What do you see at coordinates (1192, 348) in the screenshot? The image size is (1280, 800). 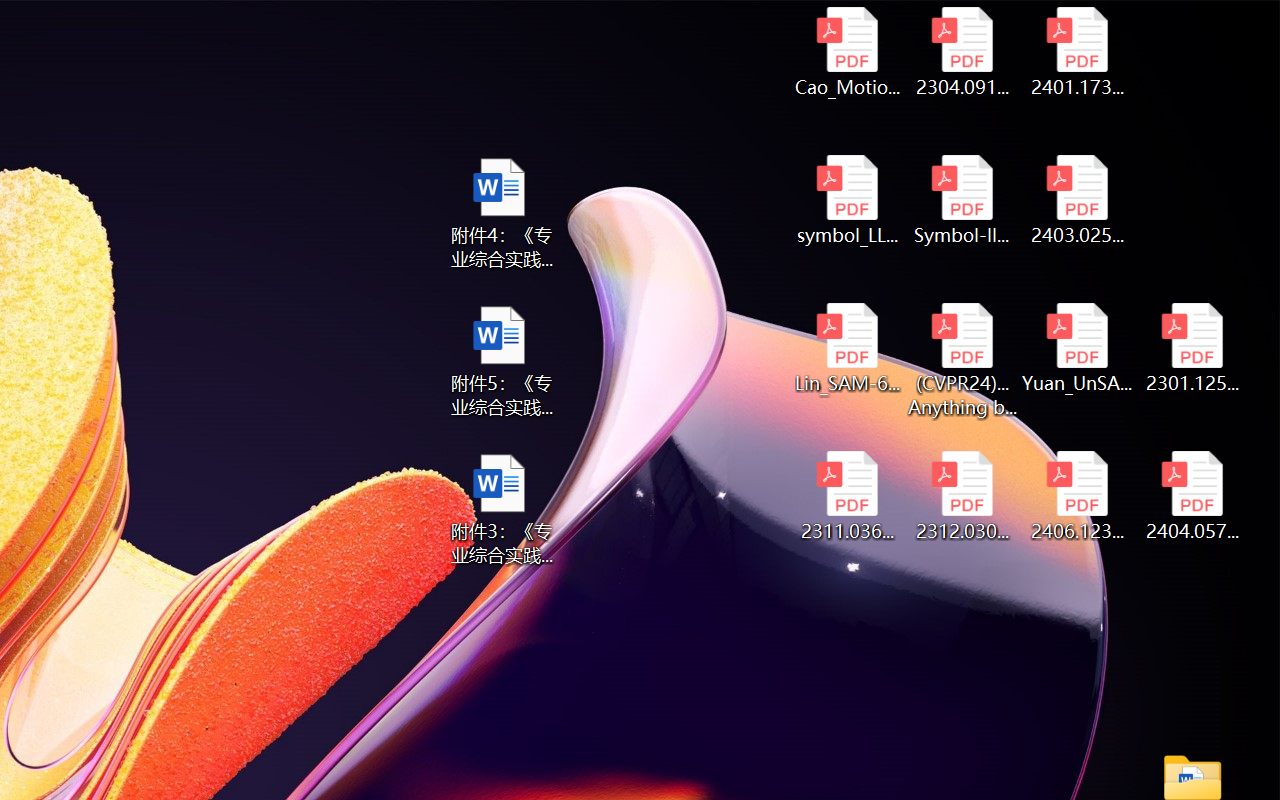 I see `'2301.12597v3.pdf'` at bounding box center [1192, 348].